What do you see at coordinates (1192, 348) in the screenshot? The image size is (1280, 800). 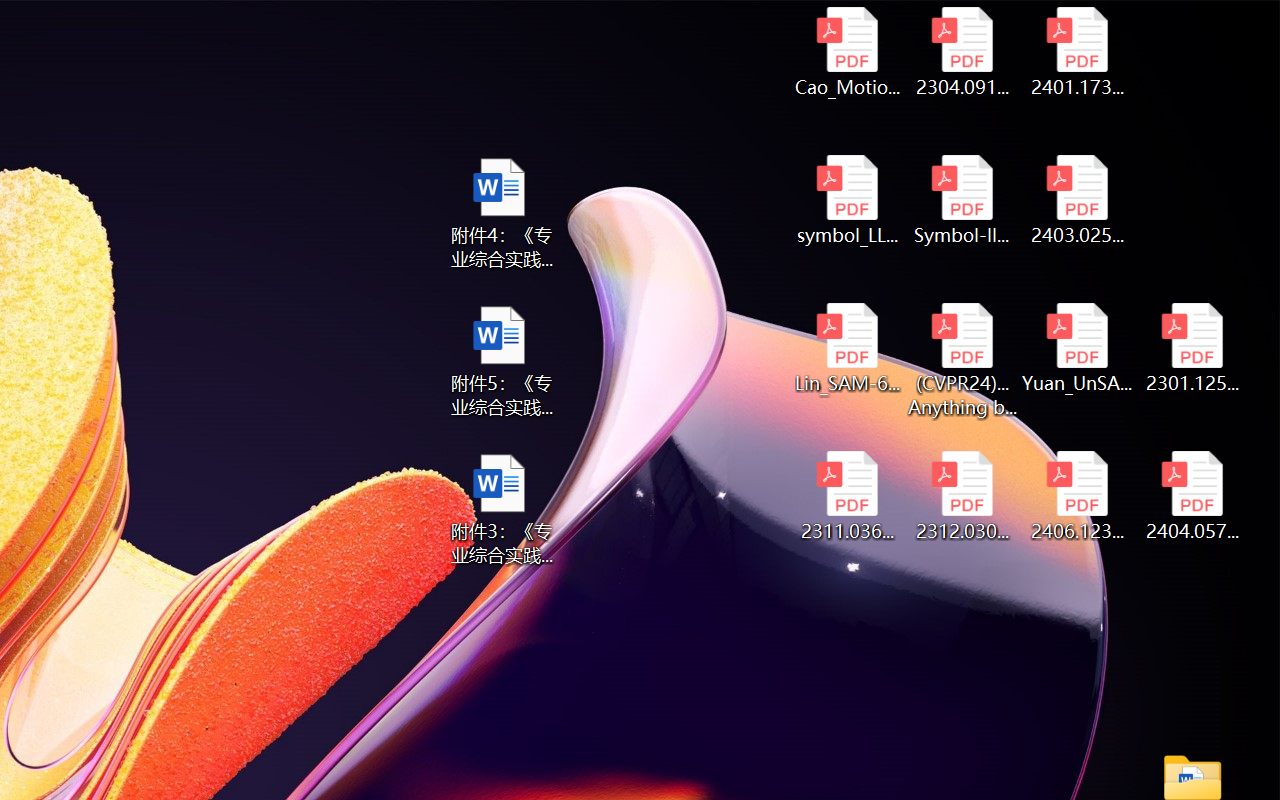 I see `'2301.12597v3.pdf'` at bounding box center [1192, 348].